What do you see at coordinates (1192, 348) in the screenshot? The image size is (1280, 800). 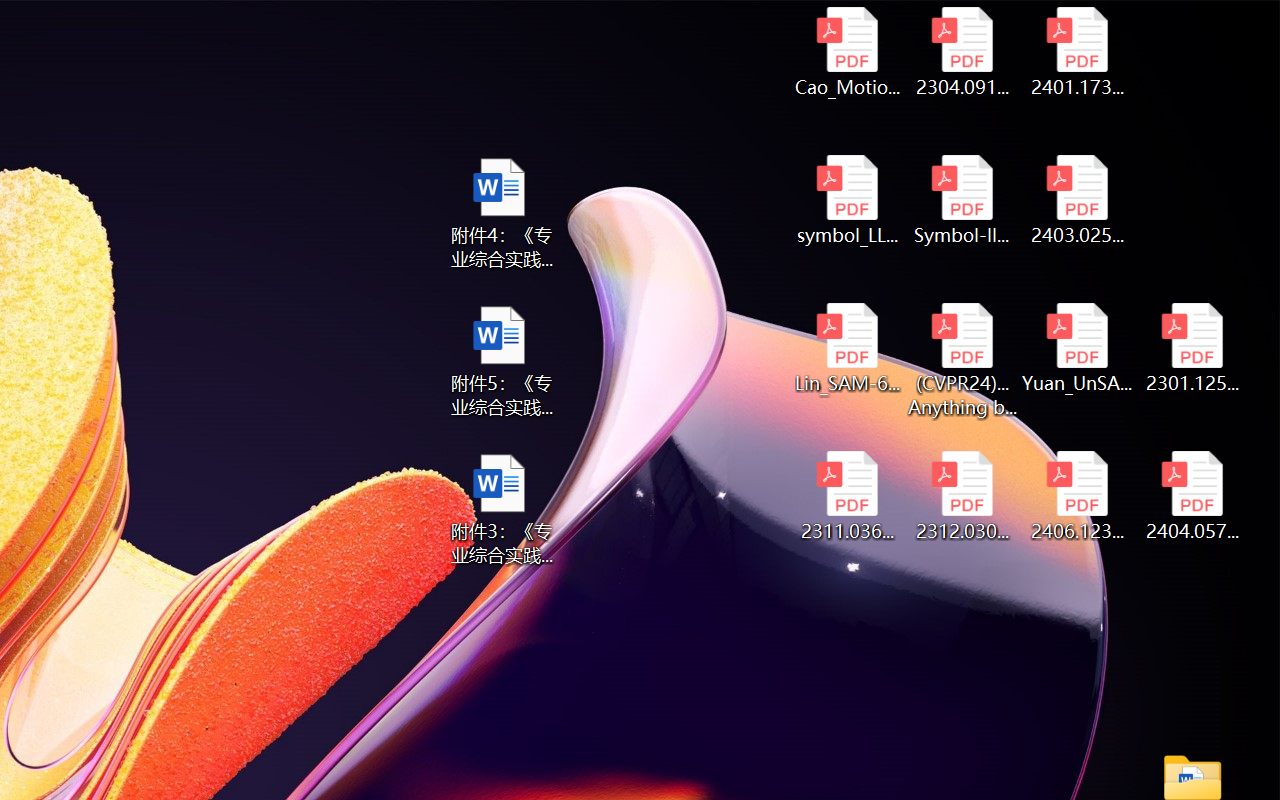 I see `'2301.12597v3.pdf'` at bounding box center [1192, 348].